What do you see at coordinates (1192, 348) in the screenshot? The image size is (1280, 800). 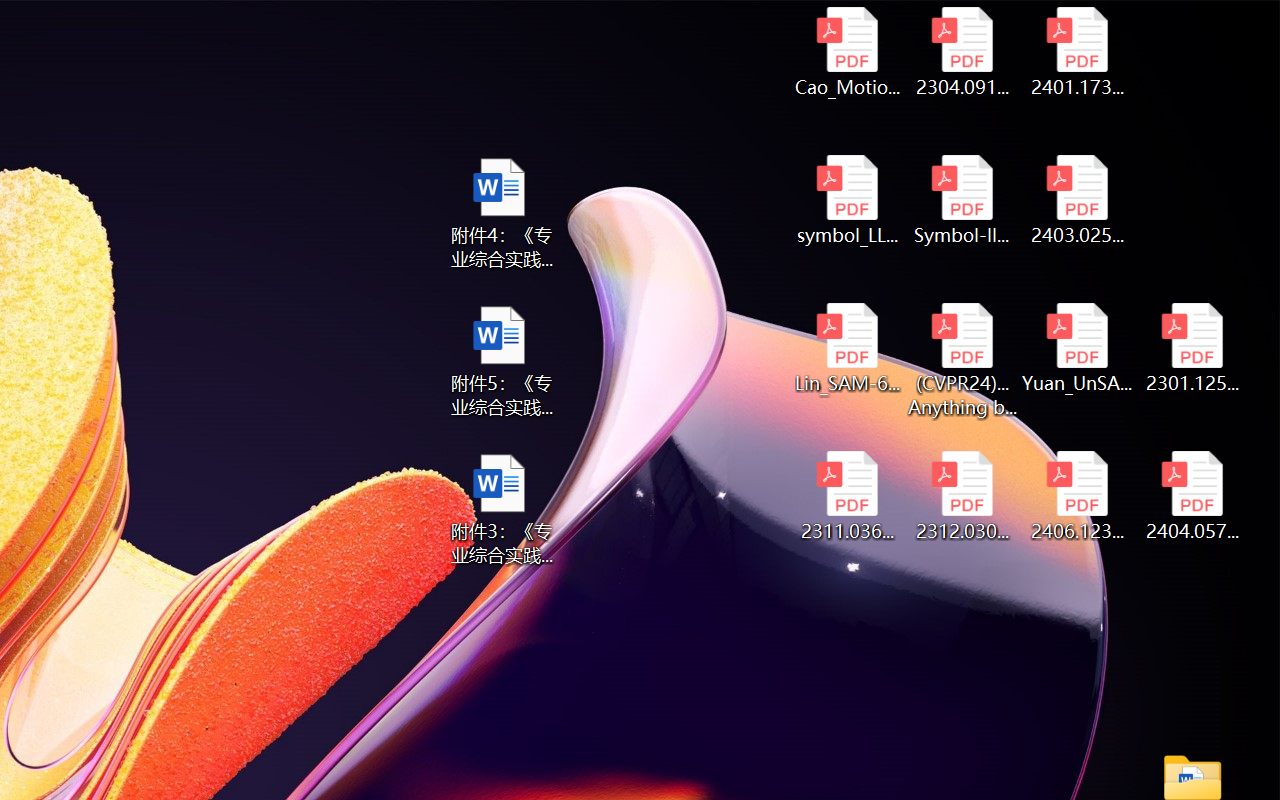 I see `'2301.12597v3.pdf'` at bounding box center [1192, 348].